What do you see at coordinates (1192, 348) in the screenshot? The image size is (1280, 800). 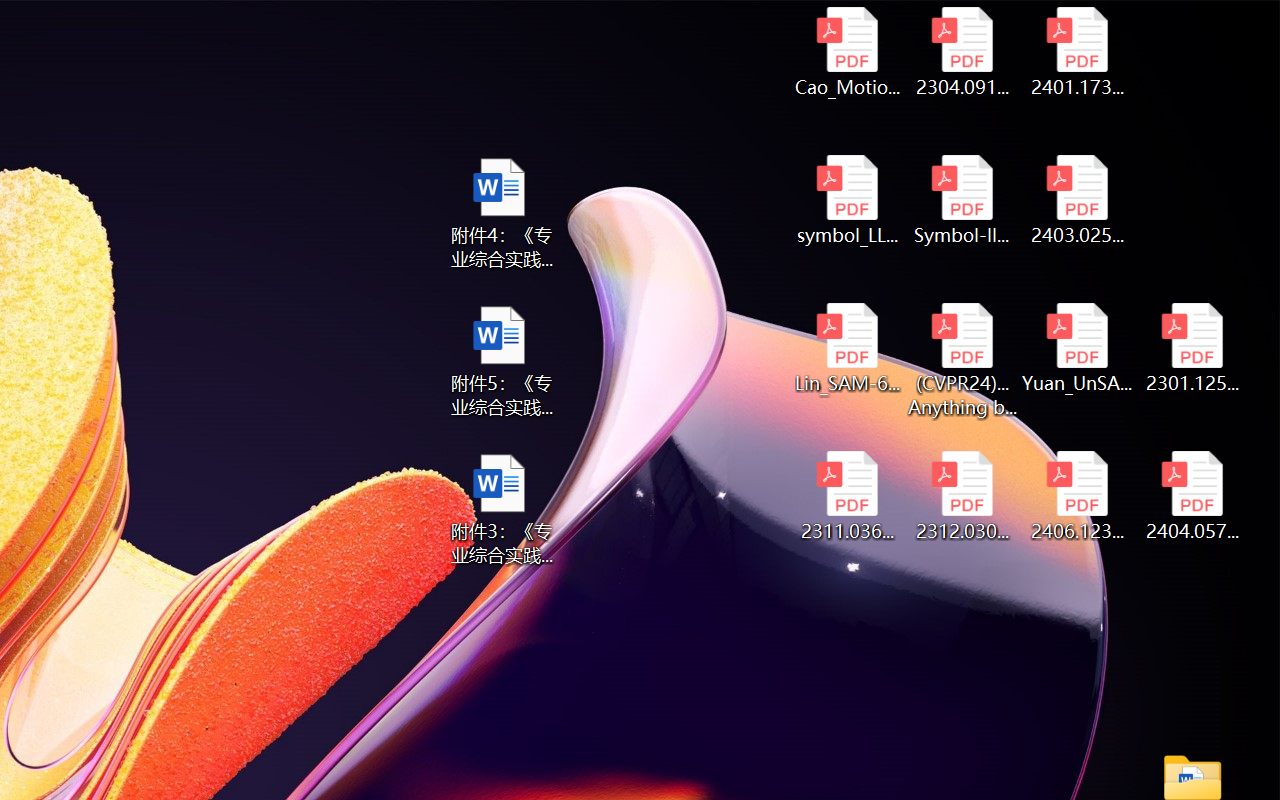 I see `'2301.12597v3.pdf'` at bounding box center [1192, 348].